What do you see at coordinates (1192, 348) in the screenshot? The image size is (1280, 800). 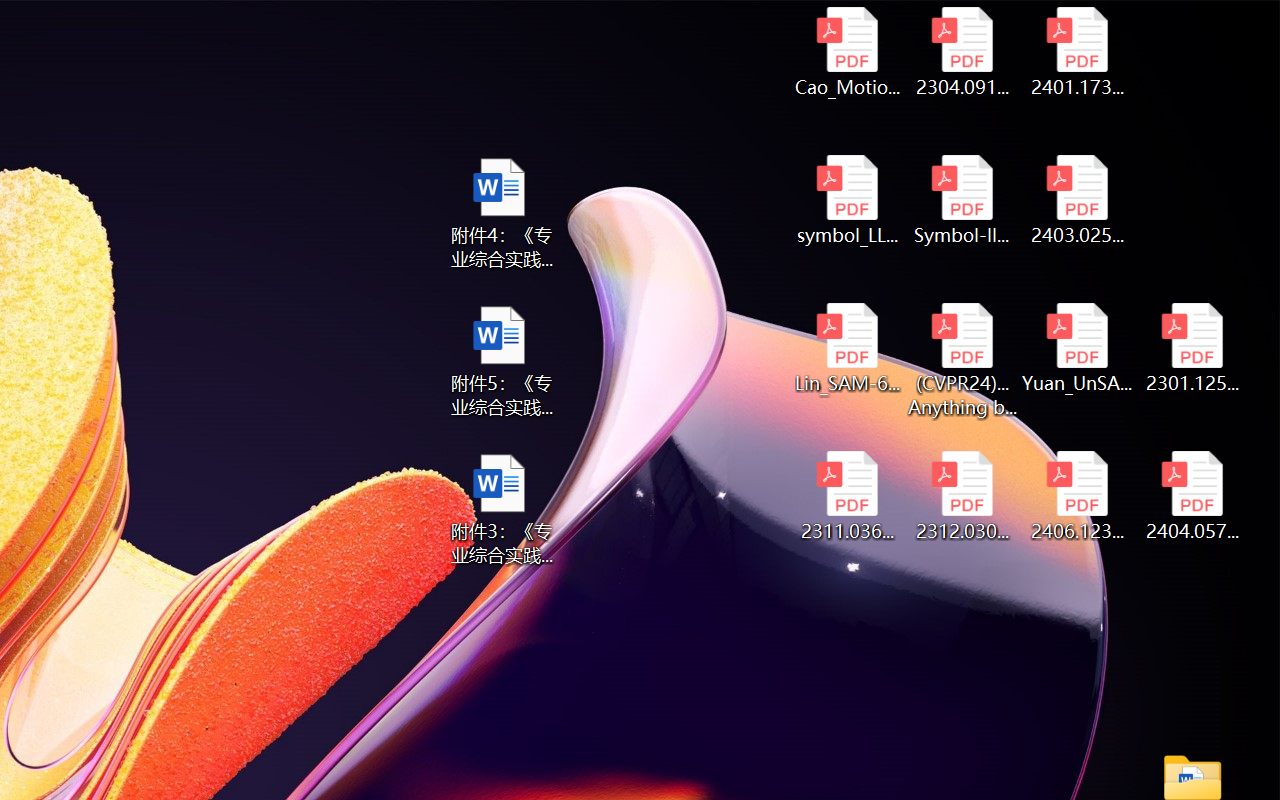 I see `'2301.12597v3.pdf'` at bounding box center [1192, 348].